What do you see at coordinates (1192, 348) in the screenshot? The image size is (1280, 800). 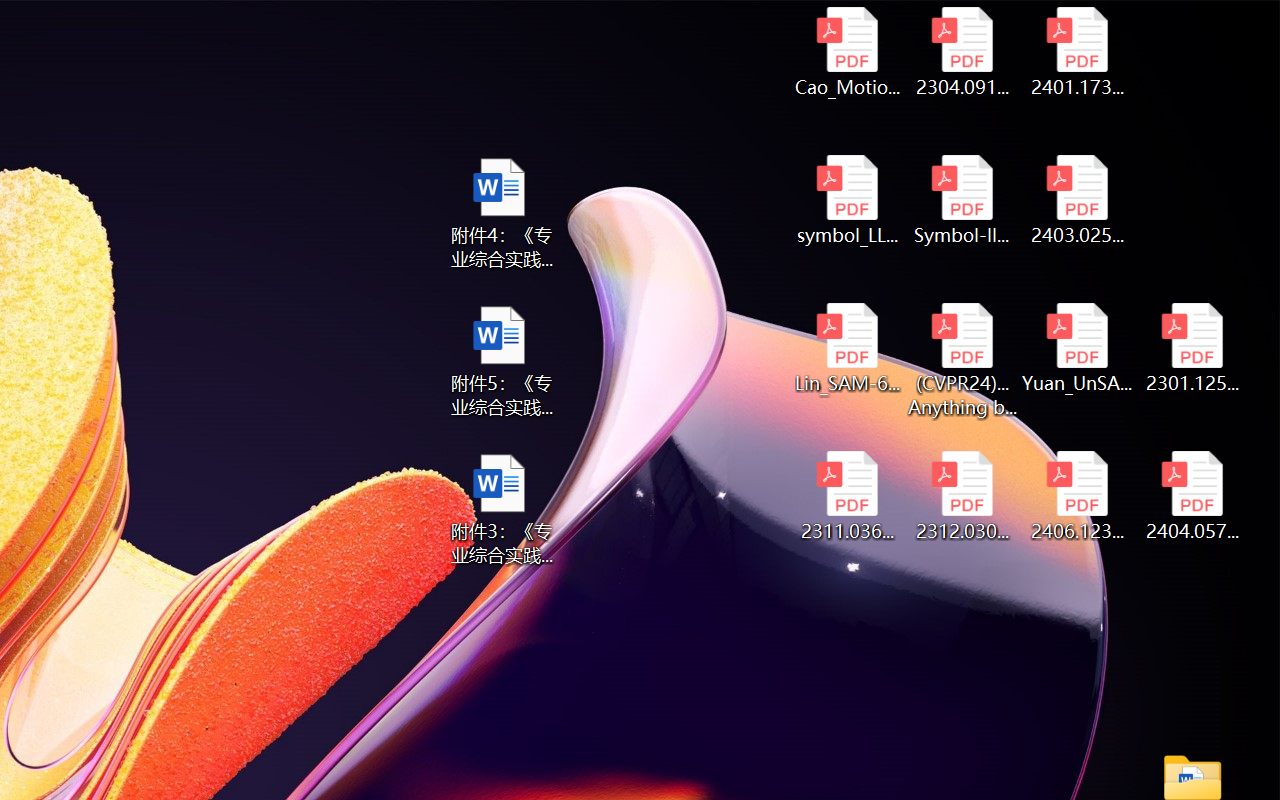 I see `'2301.12597v3.pdf'` at bounding box center [1192, 348].